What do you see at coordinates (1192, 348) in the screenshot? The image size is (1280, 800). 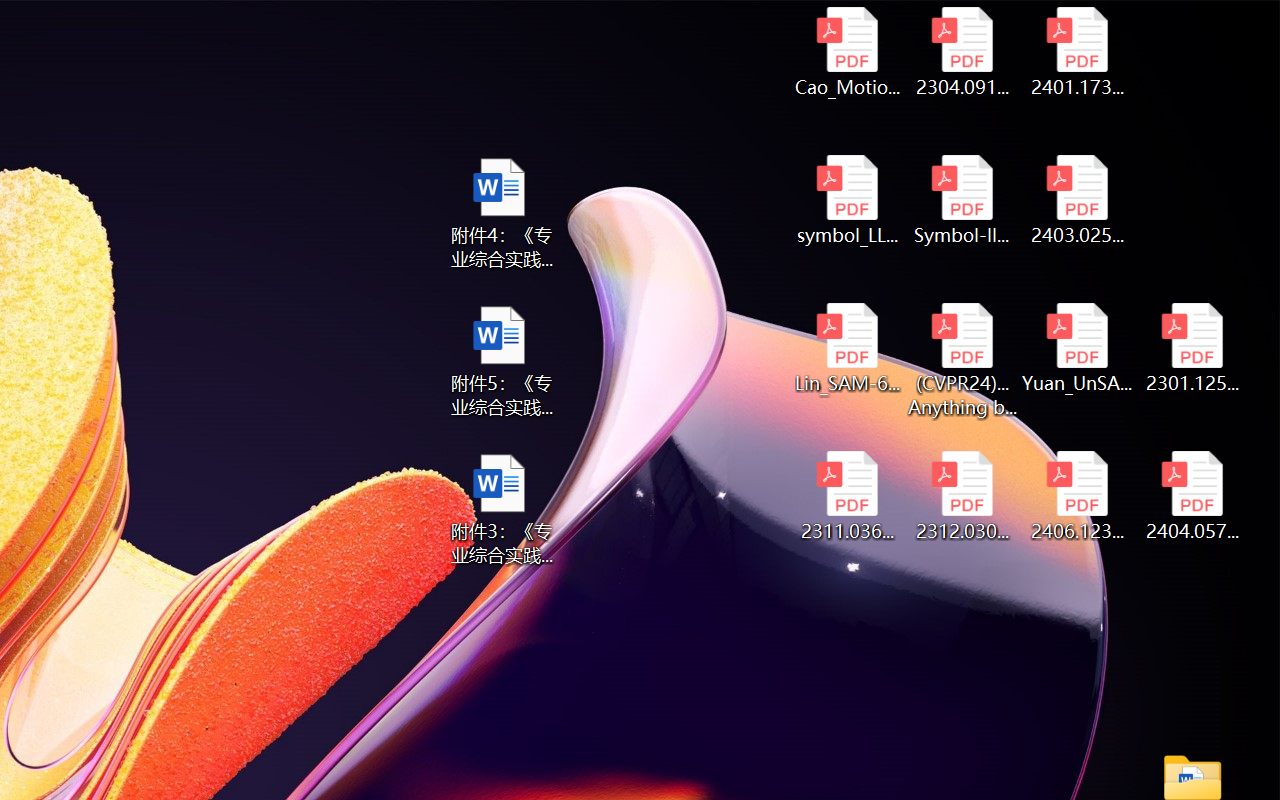 I see `'2301.12597v3.pdf'` at bounding box center [1192, 348].